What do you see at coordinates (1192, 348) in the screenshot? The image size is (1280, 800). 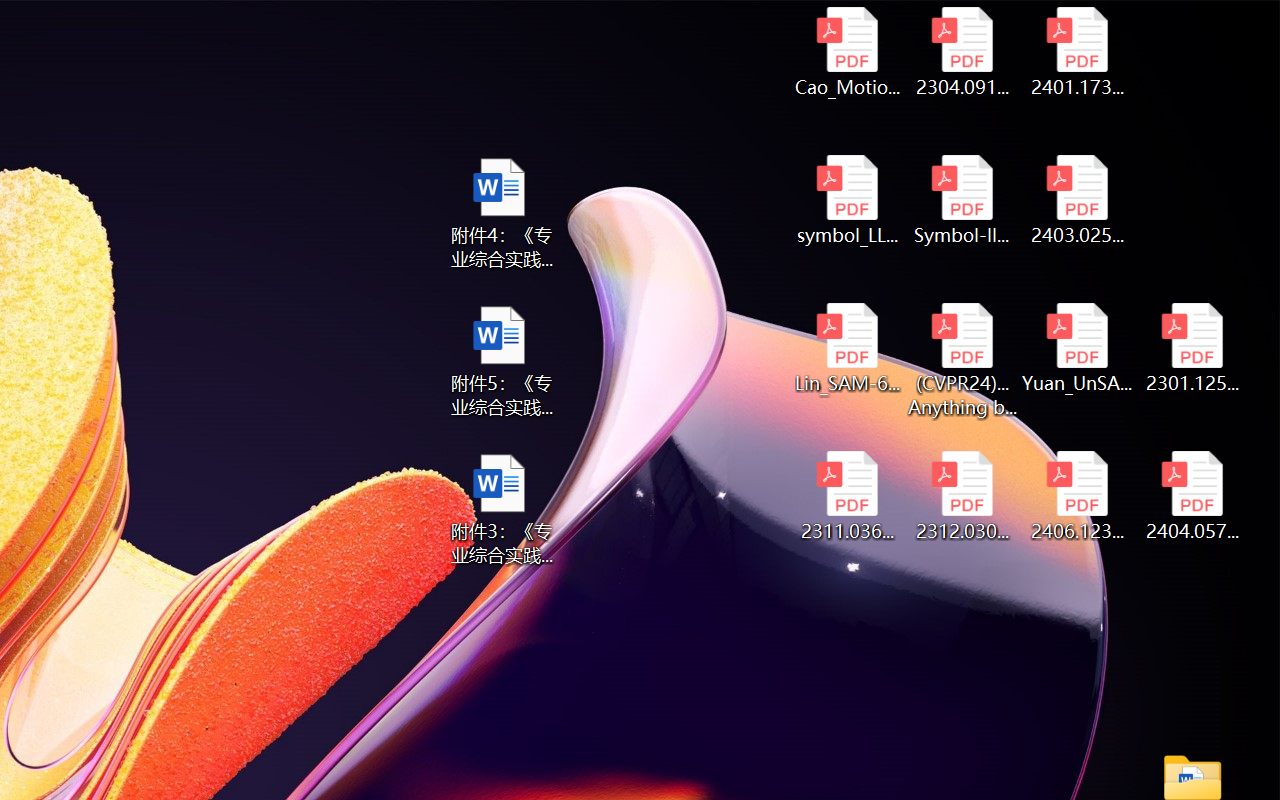 I see `'2301.12597v3.pdf'` at bounding box center [1192, 348].